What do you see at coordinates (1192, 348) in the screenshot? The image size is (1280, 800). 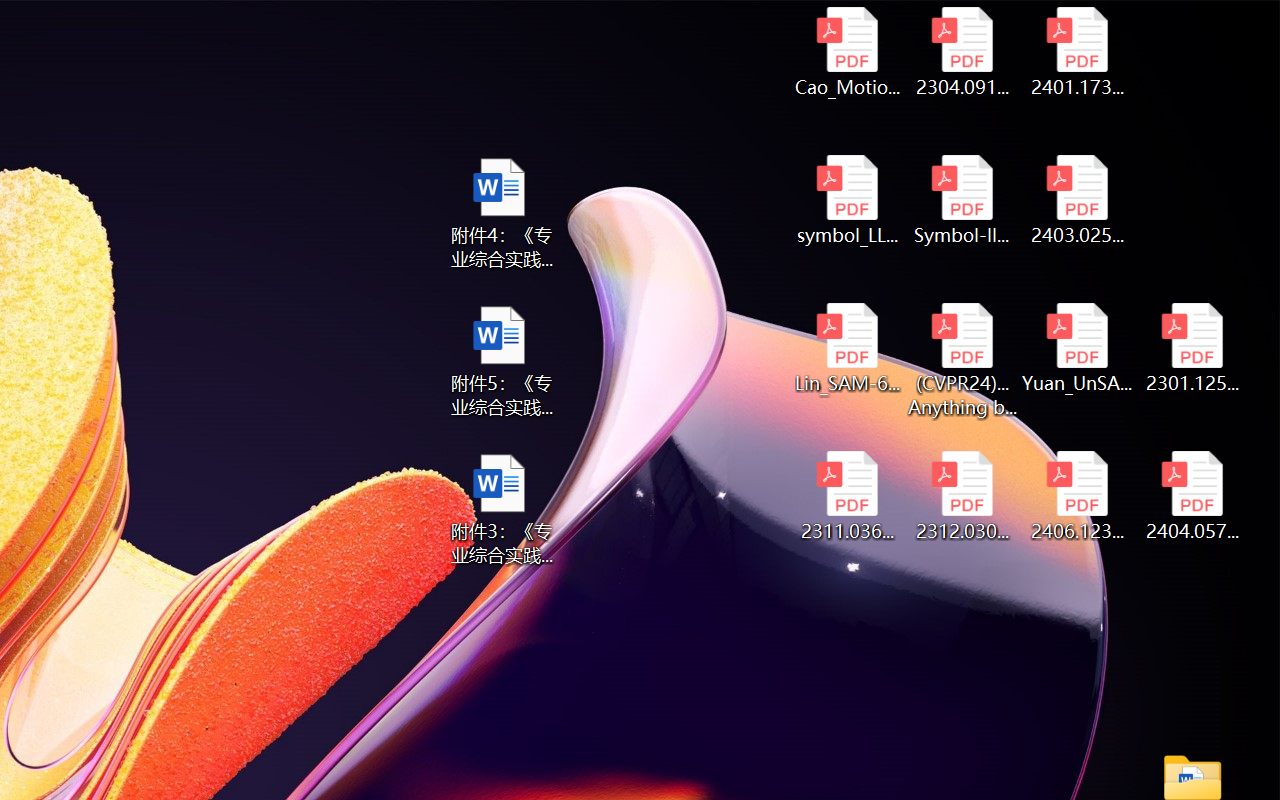 I see `'2301.12597v3.pdf'` at bounding box center [1192, 348].